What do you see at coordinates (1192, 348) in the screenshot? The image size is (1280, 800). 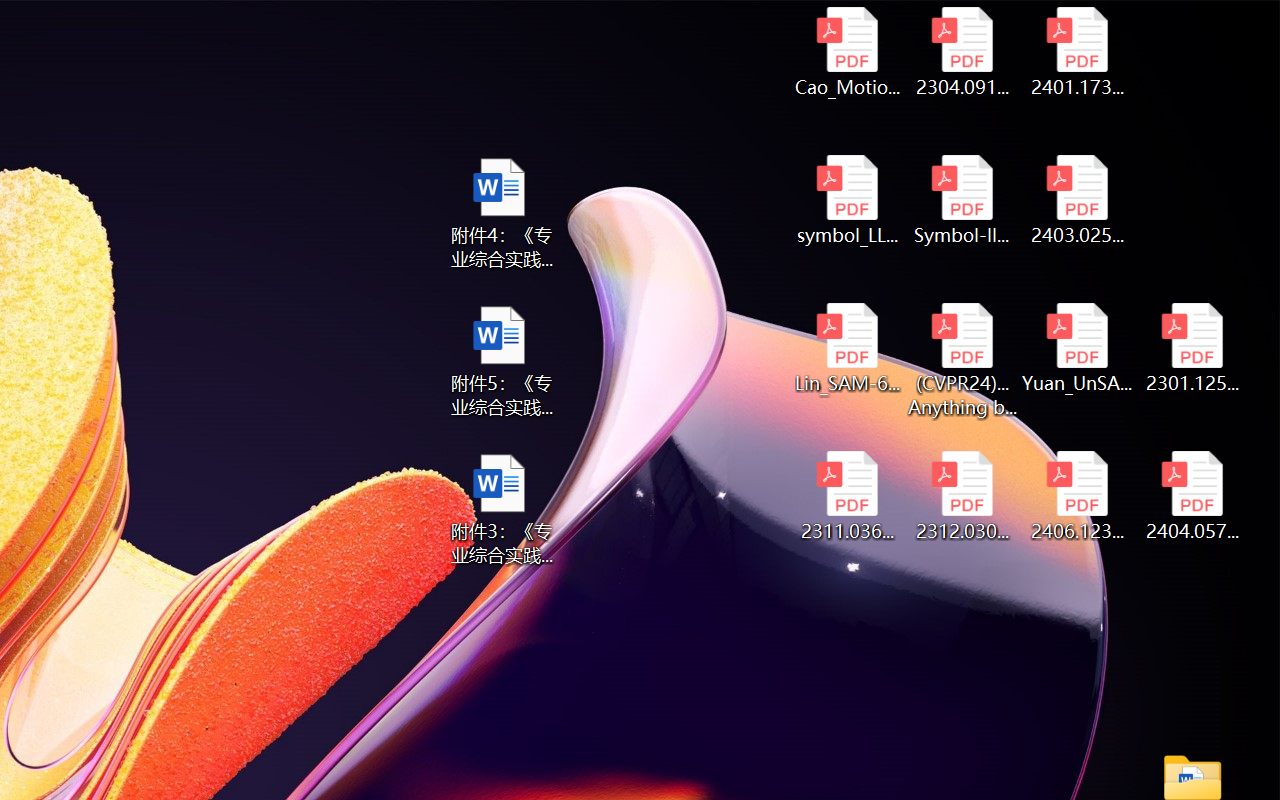 I see `'2301.12597v3.pdf'` at bounding box center [1192, 348].